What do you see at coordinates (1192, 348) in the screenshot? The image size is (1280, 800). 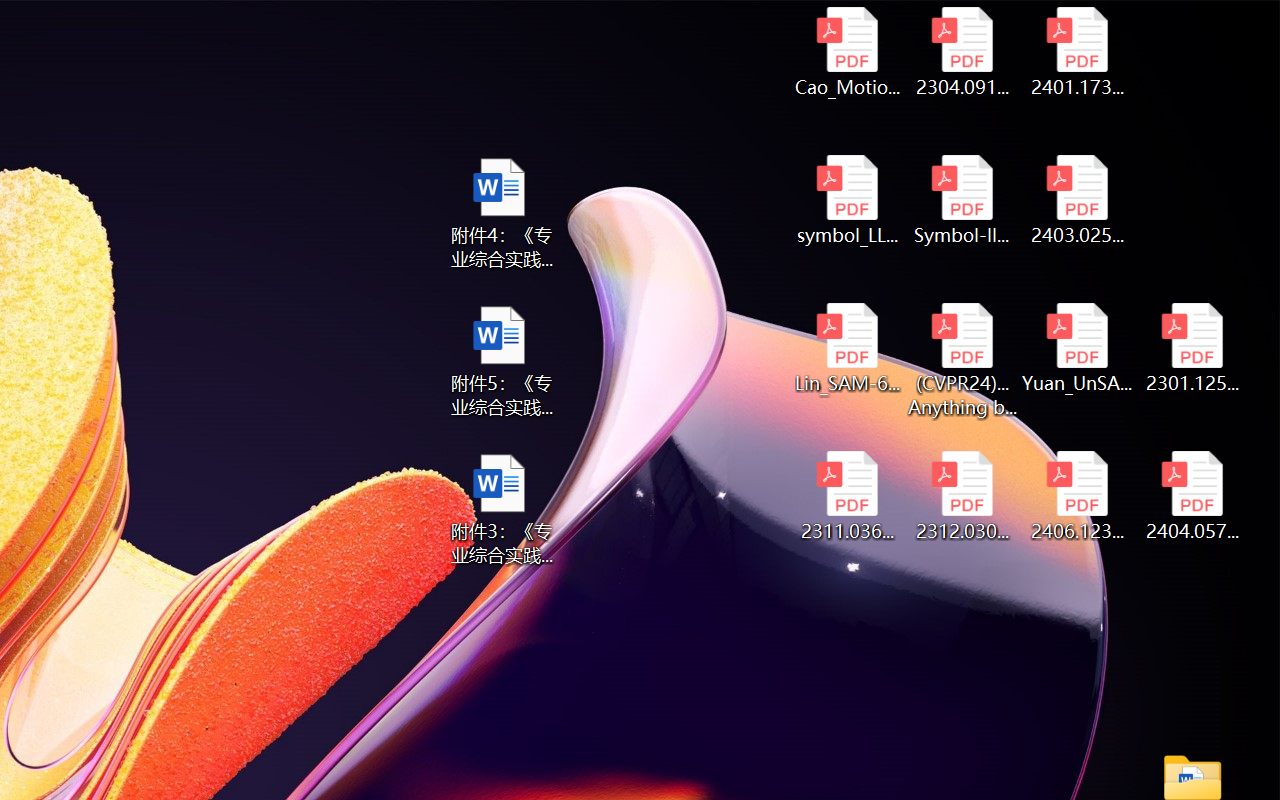 I see `'2301.12597v3.pdf'` at bounding box center [1192, 348].